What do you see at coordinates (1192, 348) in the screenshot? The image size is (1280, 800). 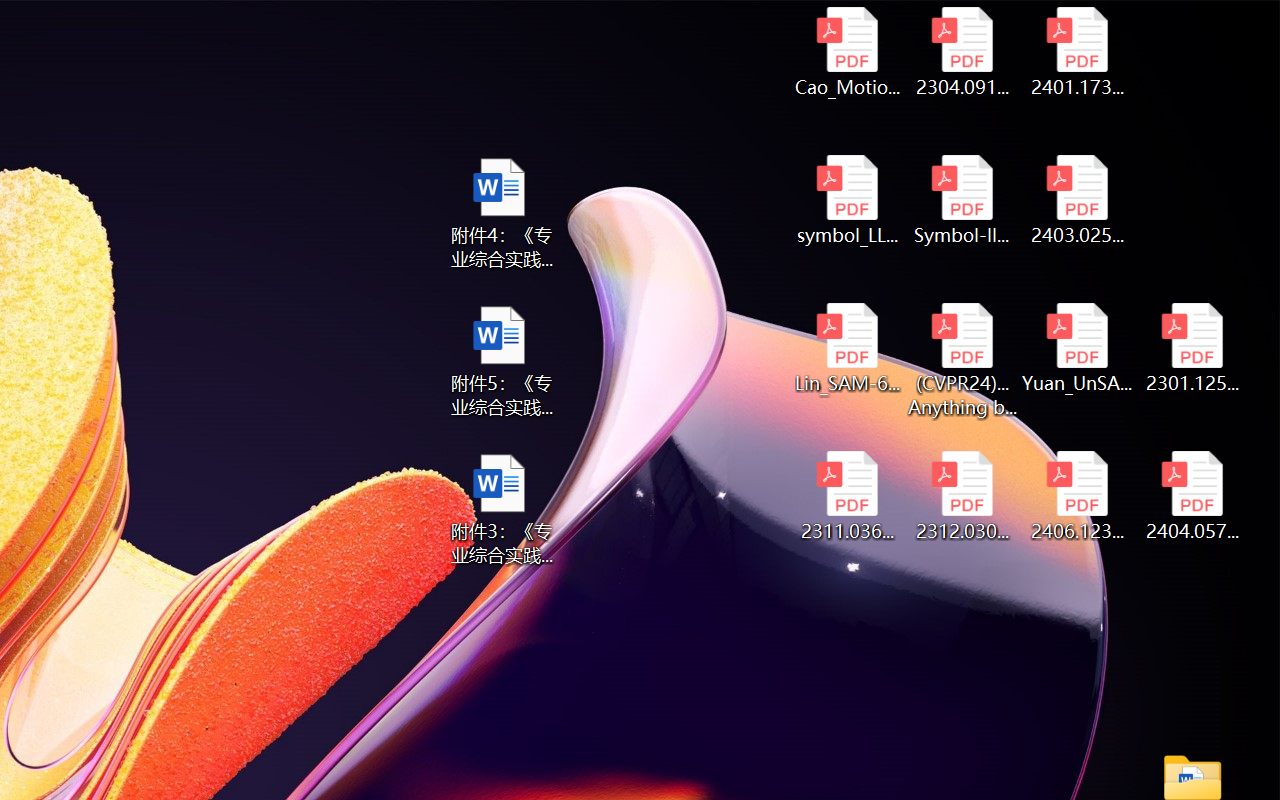 I see `'2301.12597v3.pdf'` at bounding box center [1192, 348].